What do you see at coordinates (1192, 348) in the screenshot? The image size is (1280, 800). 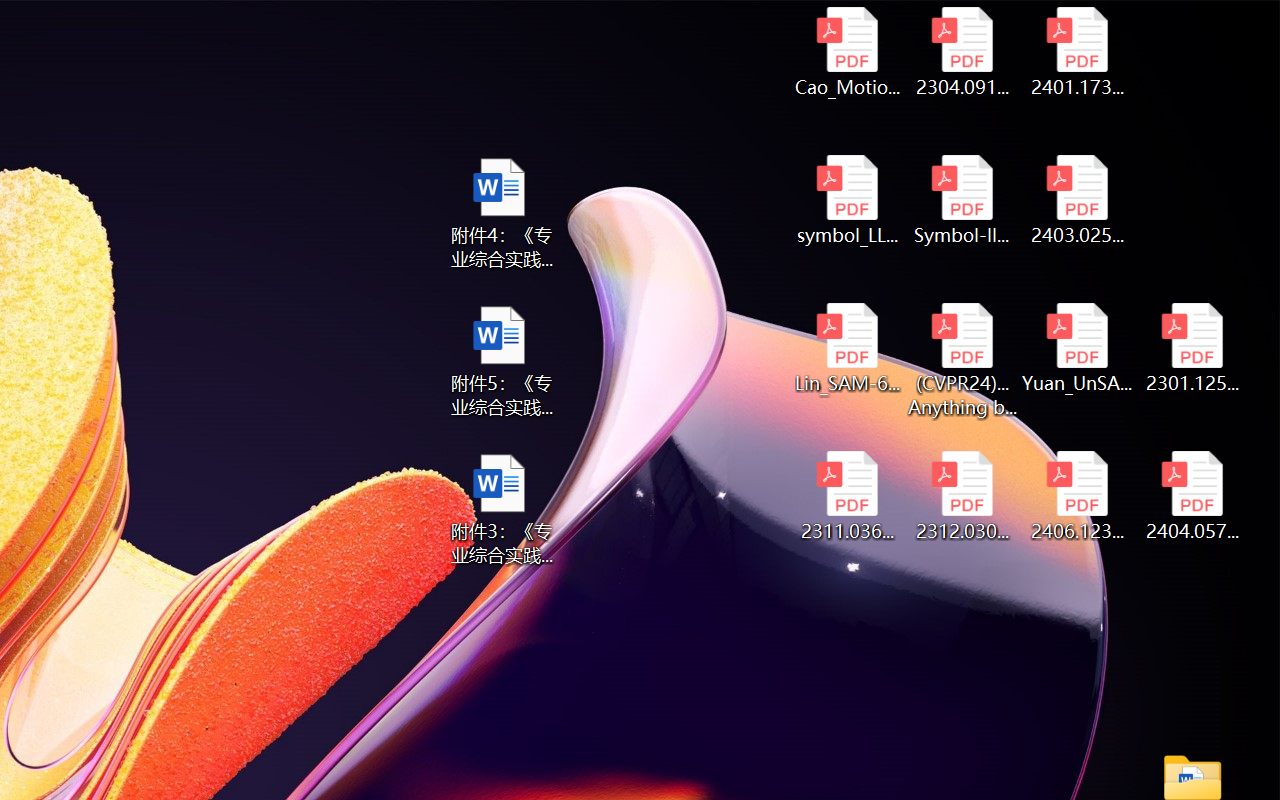 I see `'2301.12597v3.pdf'` at bounding box center [1192, 348].